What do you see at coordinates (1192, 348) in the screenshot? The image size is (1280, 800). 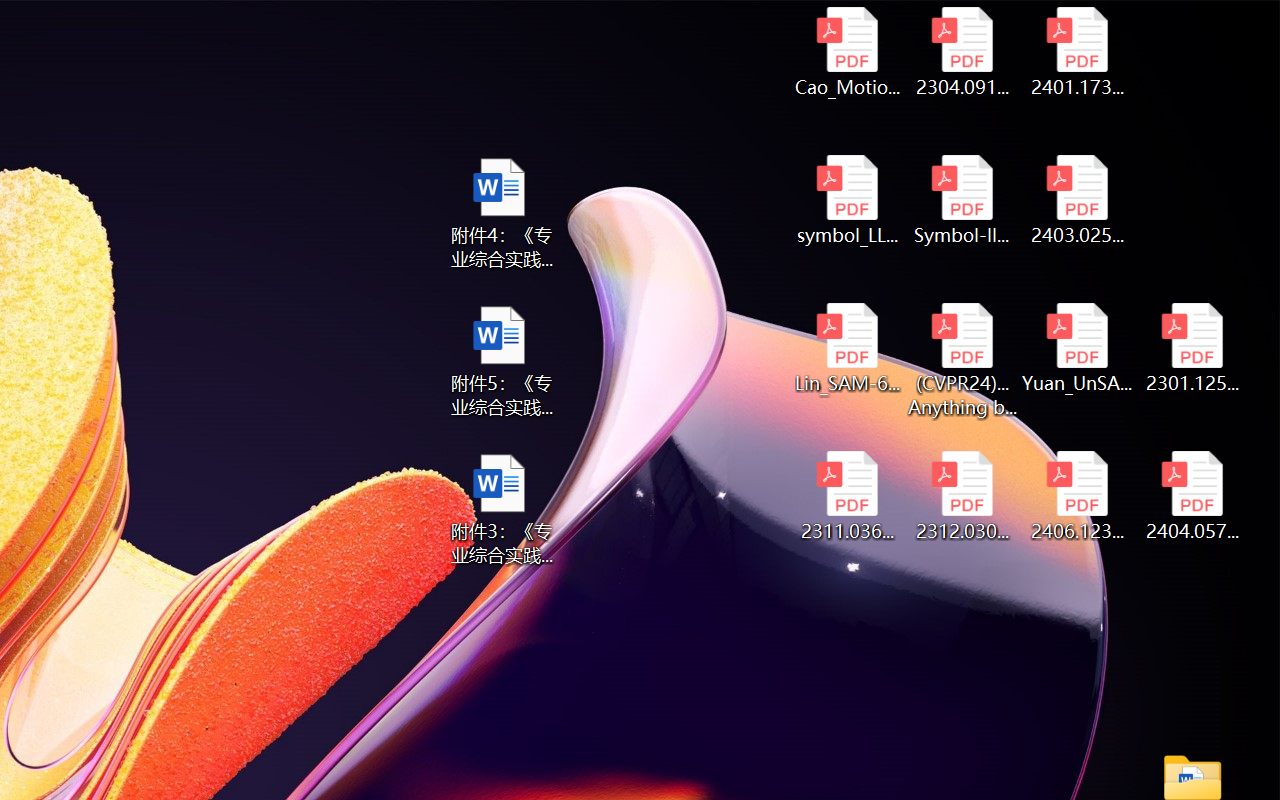 I see `'2301.12597v3.pdf'` at bounding box center [1192, 348].